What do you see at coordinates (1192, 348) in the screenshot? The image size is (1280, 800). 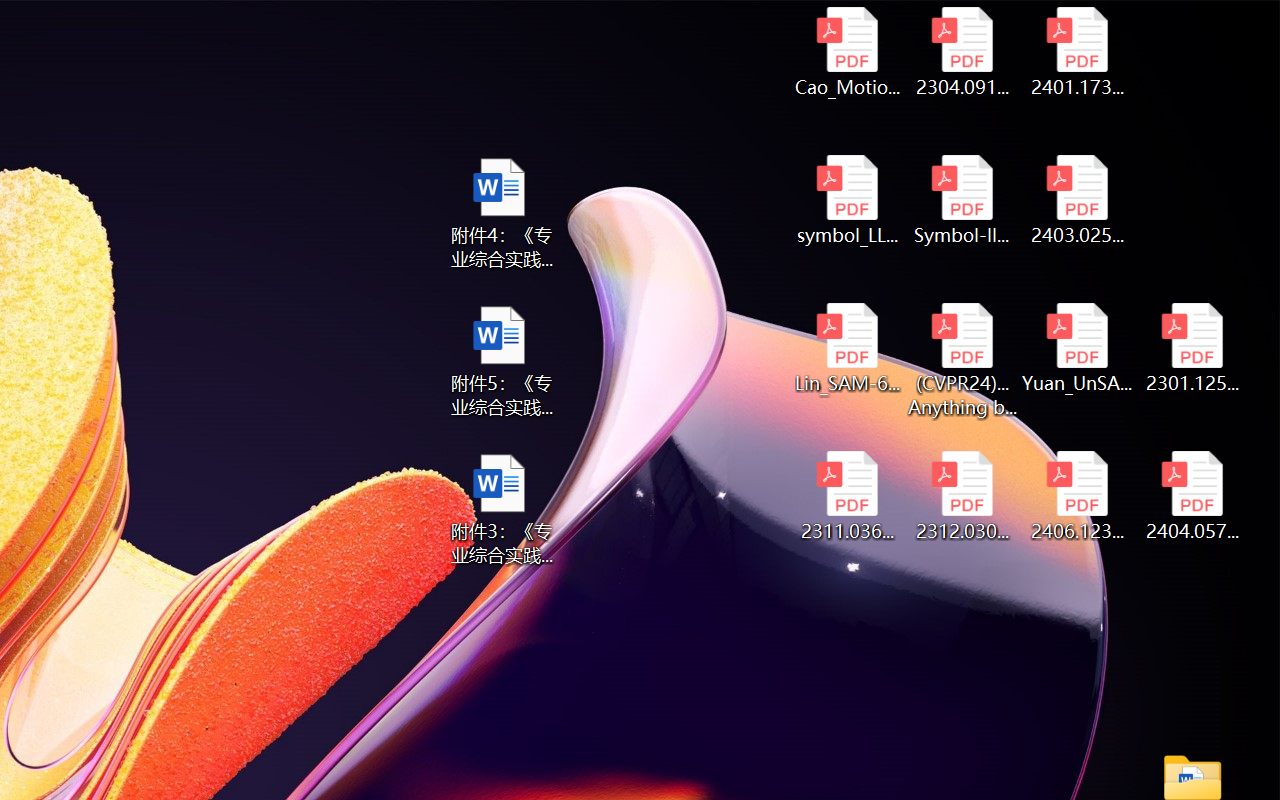 I see `'2301.12597v3.pdf'` at bounding box center [1192, 348].